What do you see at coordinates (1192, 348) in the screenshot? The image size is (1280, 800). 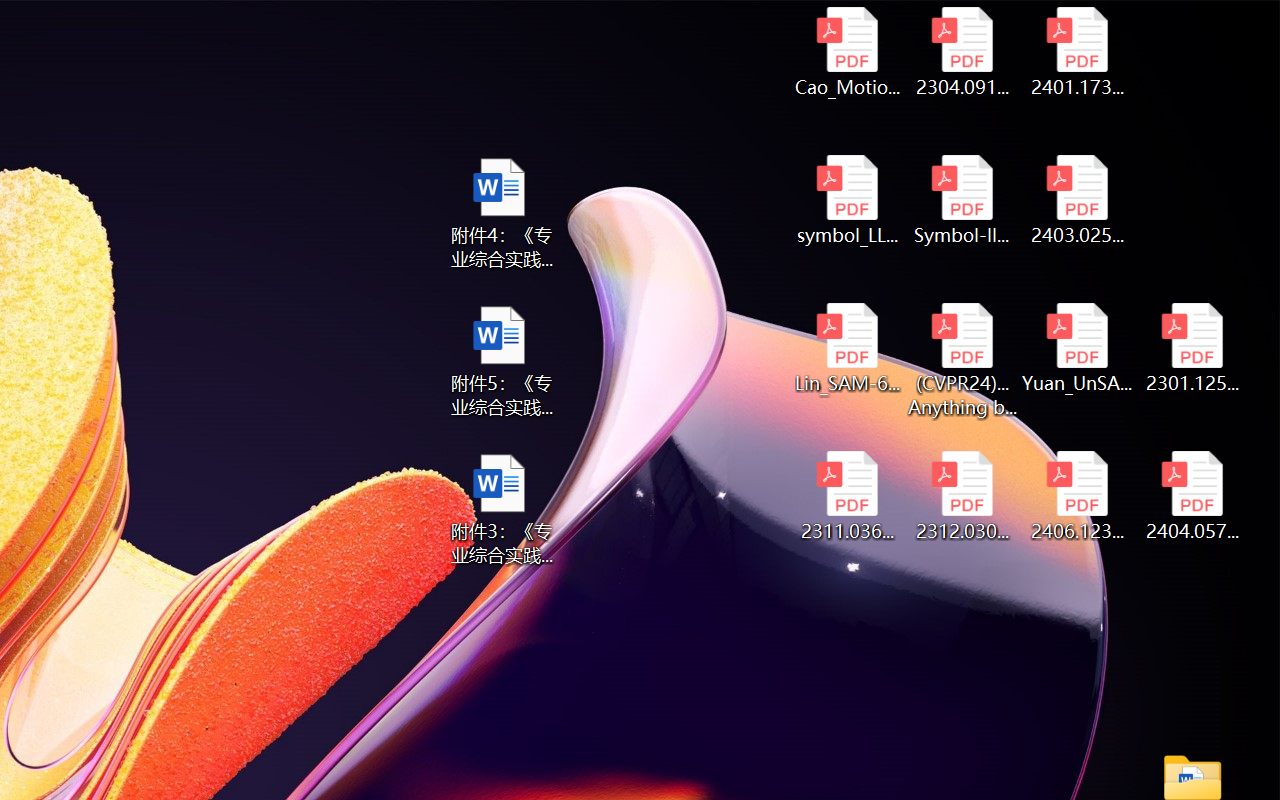 I see `'2301.12597v3.pdf'` at bounding box center [1192, 348].